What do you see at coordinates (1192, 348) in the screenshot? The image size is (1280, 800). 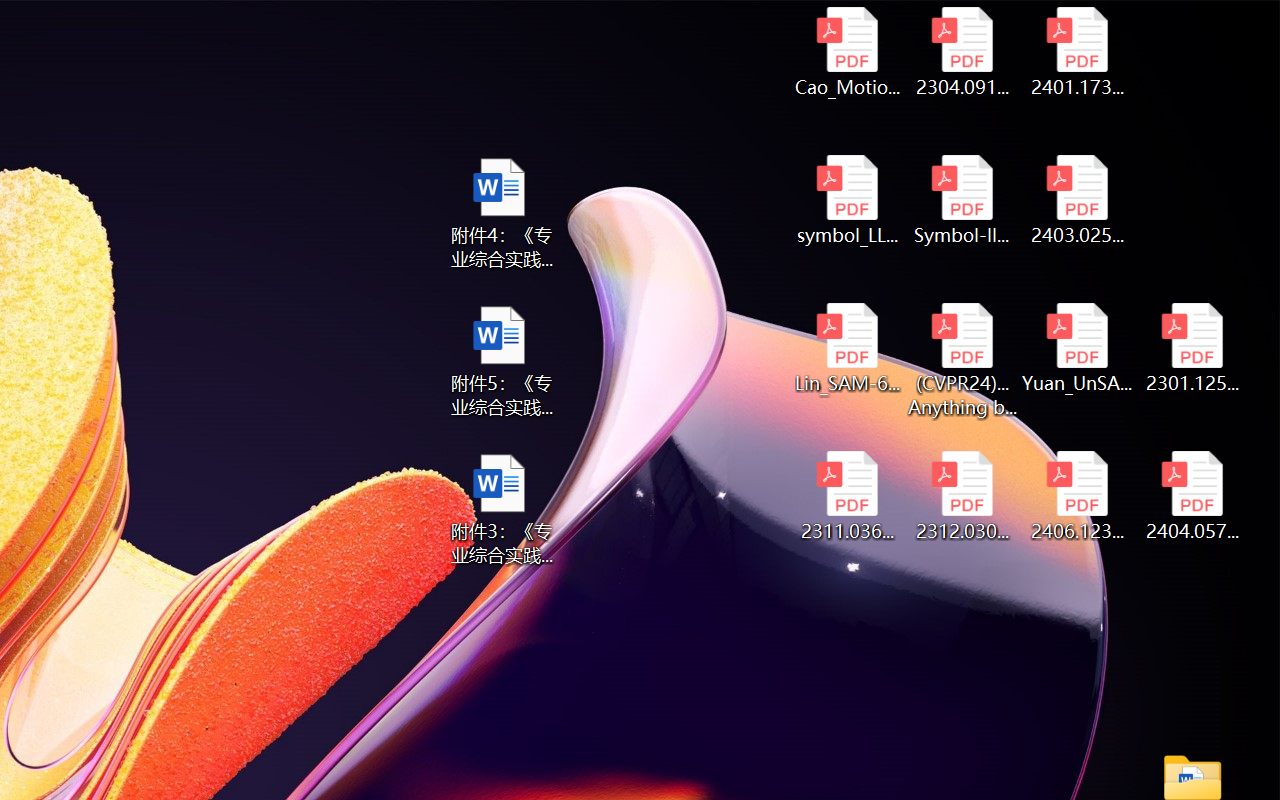 I see `'2301.12597v3.pdf'` at bounding box center [1192, 348].